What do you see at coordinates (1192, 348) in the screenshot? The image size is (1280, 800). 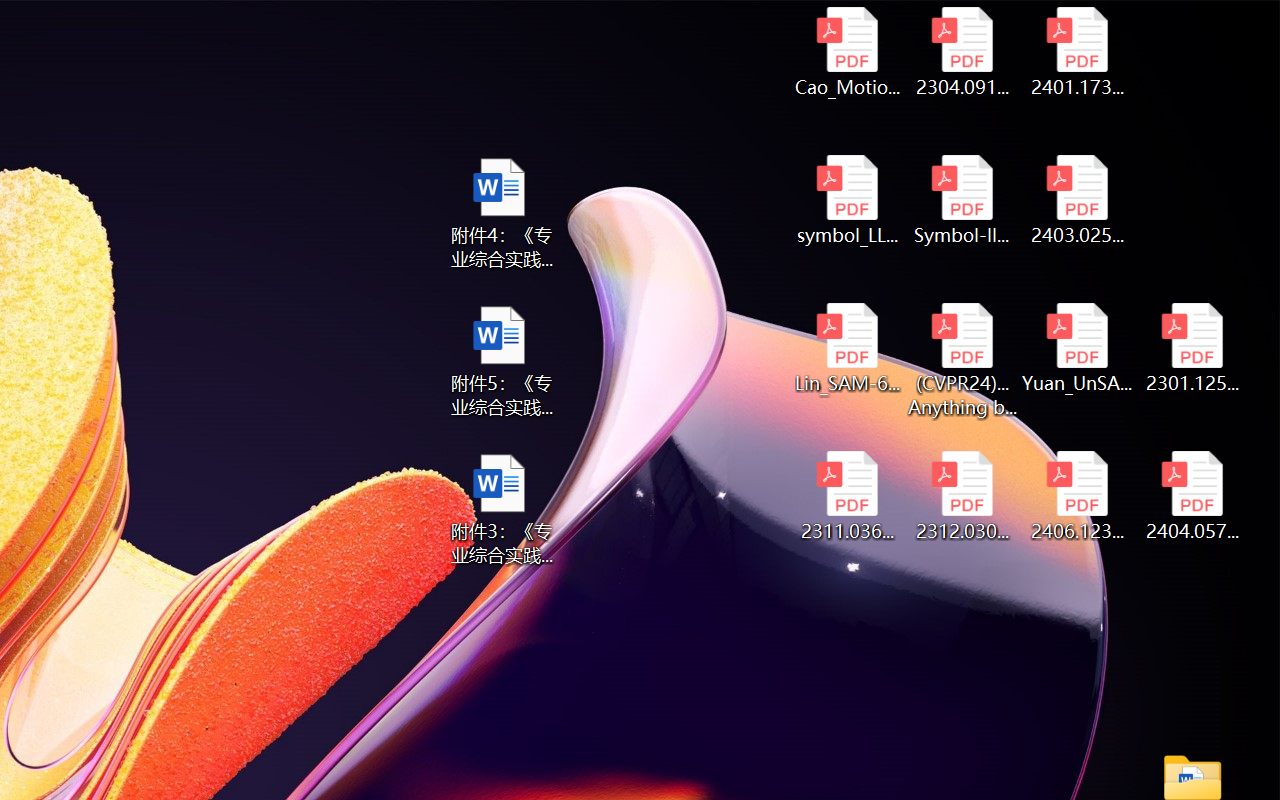 I see `'2301.12597v3.pdf'` at bounding box center [1192, 348].